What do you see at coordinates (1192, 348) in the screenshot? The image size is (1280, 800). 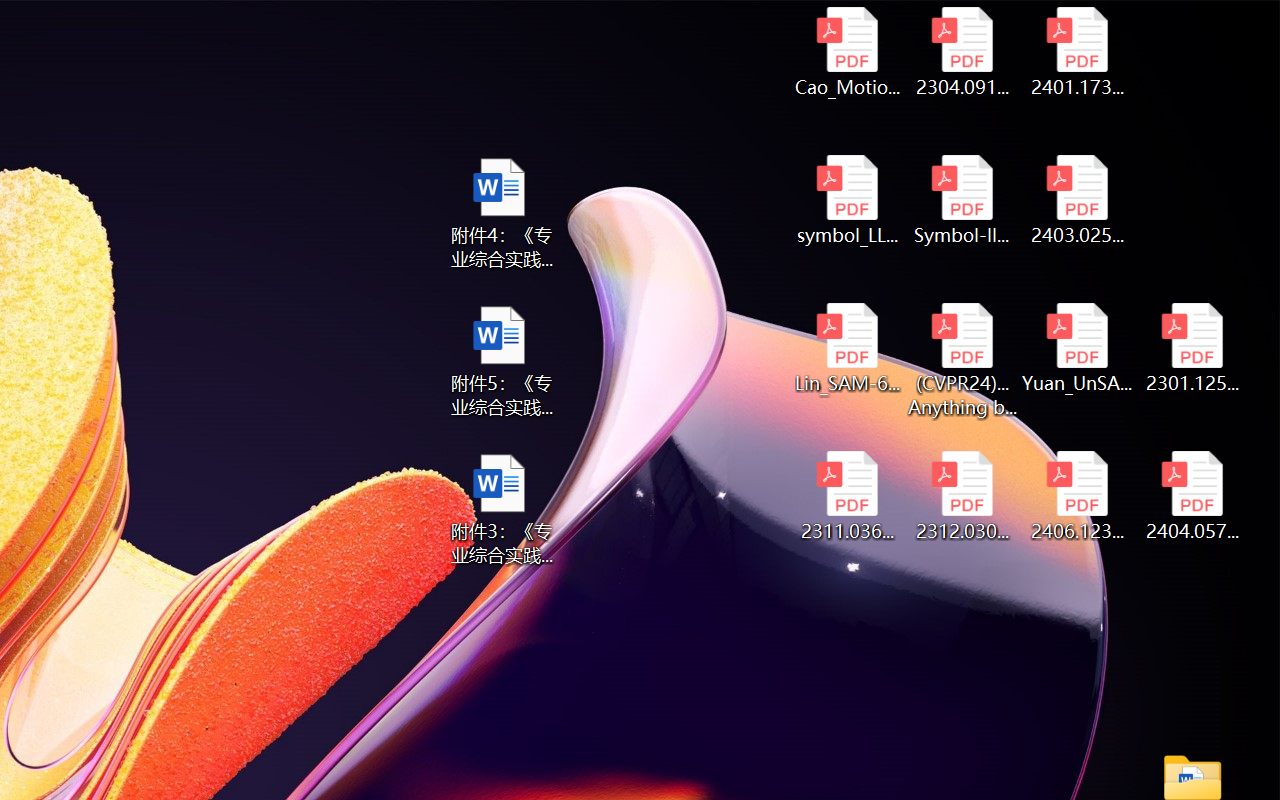 I see `'2301.12597v3.pdf'` at bounding box center [1192, 348].